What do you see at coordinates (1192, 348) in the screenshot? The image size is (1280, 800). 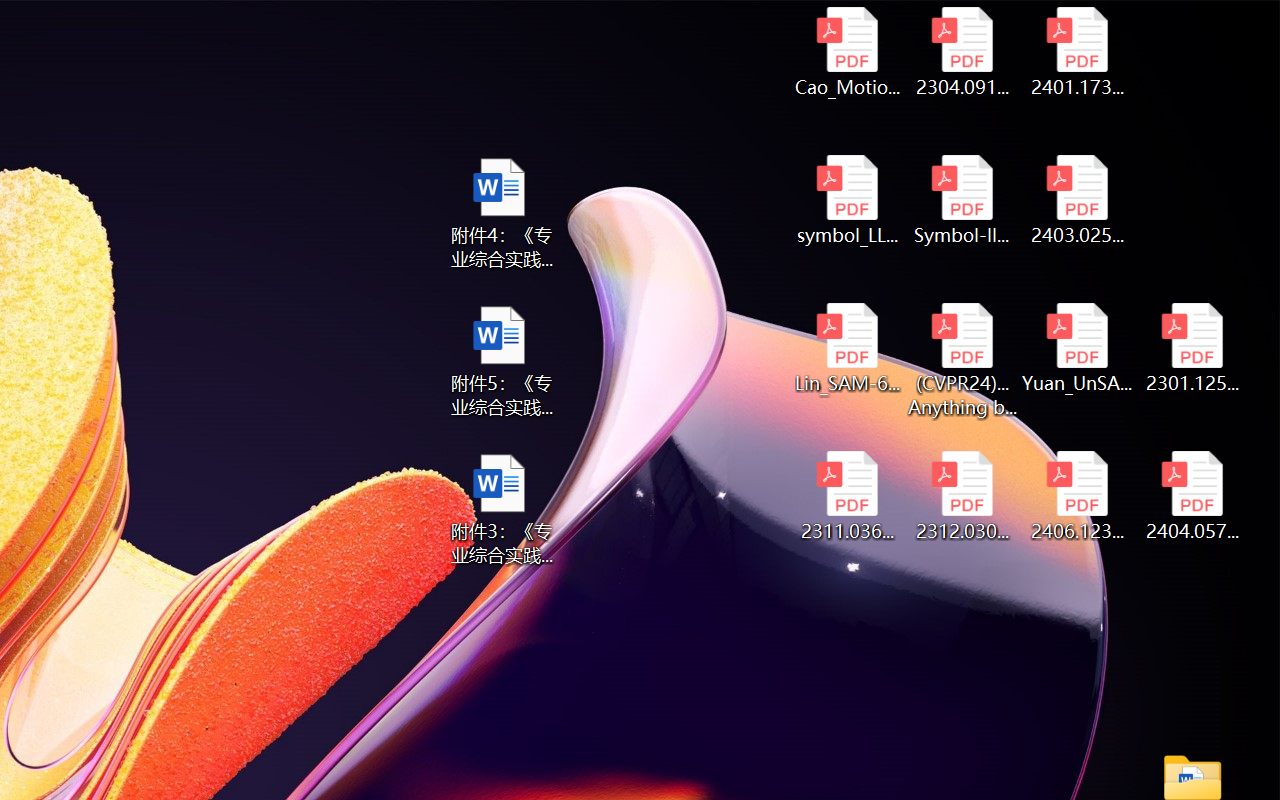 I see `'2301.12597v3.pdf'` at bounding box center [1192, 348].